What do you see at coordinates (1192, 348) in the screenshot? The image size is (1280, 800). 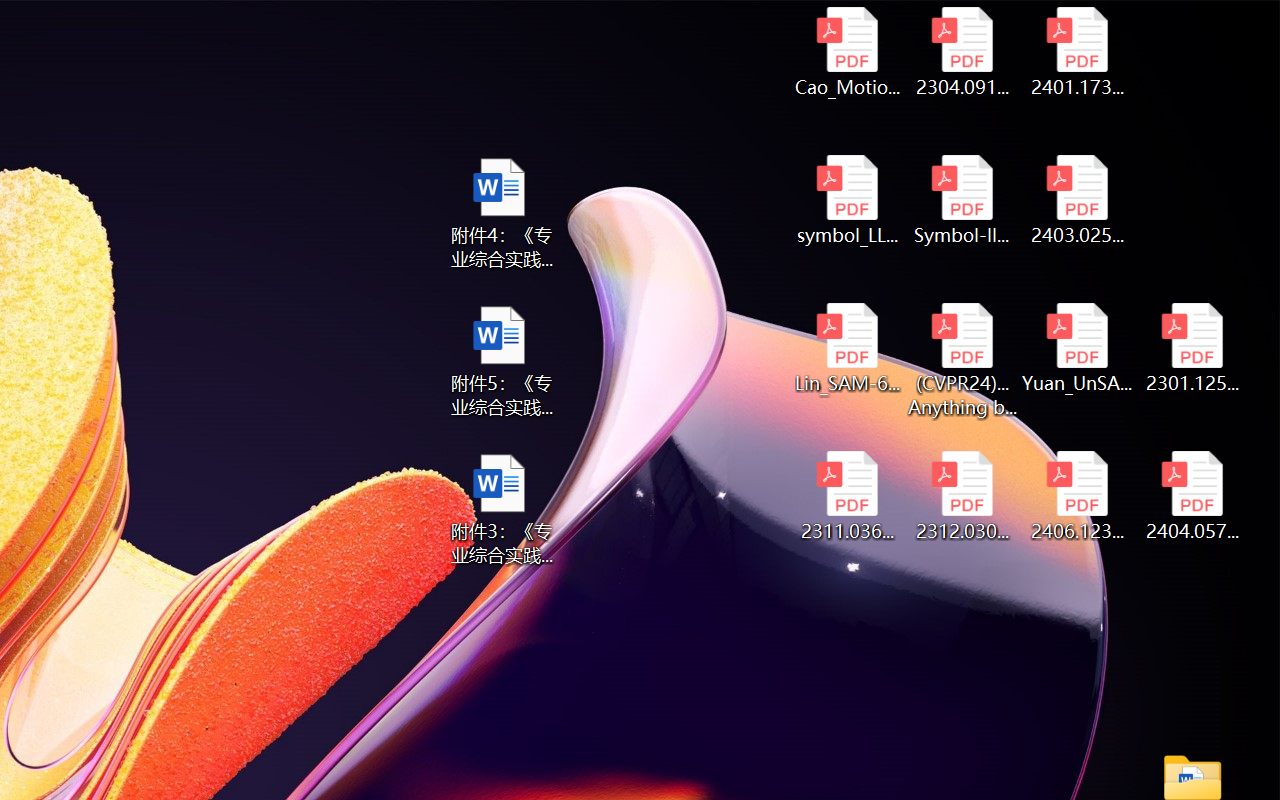 I see `'2301.12597v3.pdf'` at bounding box center [1192, 348].